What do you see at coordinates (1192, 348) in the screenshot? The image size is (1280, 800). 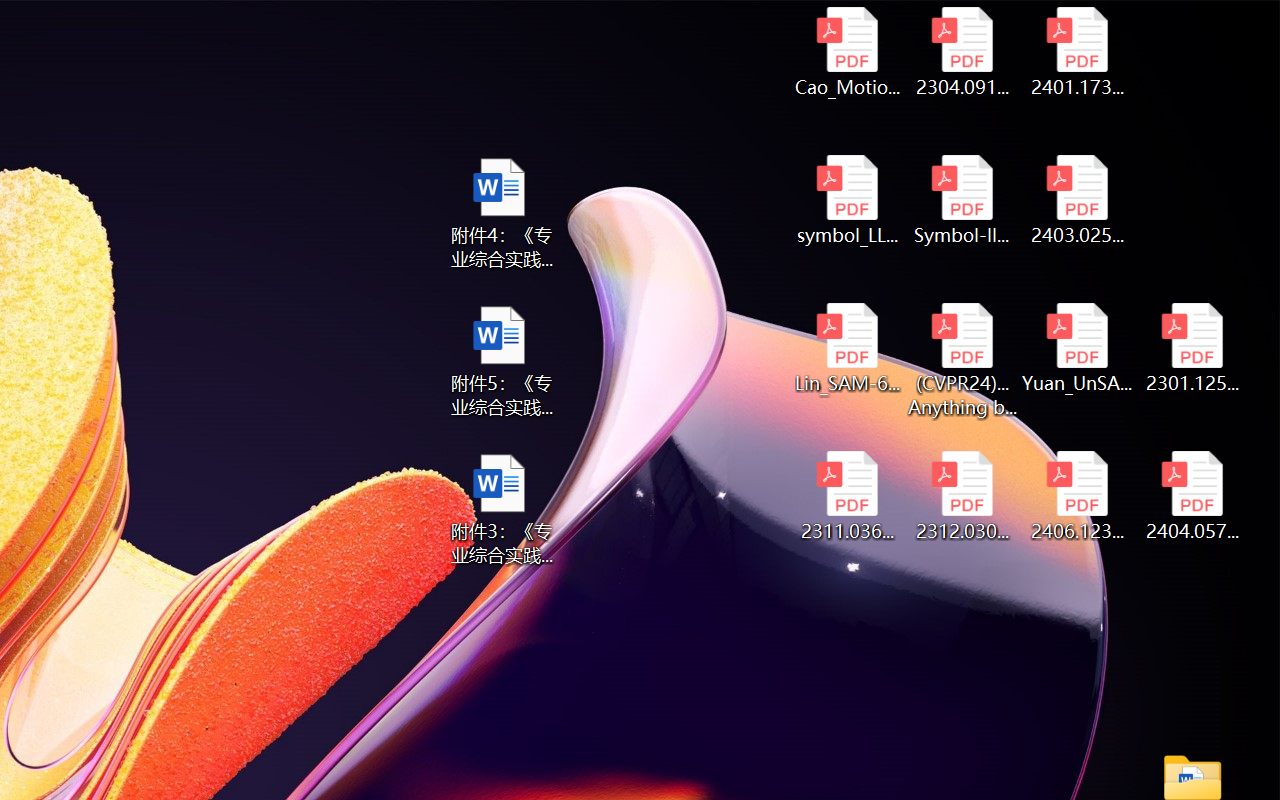 I see `'2301.12597v3.pdf'` at bounding box center [1192, 348].